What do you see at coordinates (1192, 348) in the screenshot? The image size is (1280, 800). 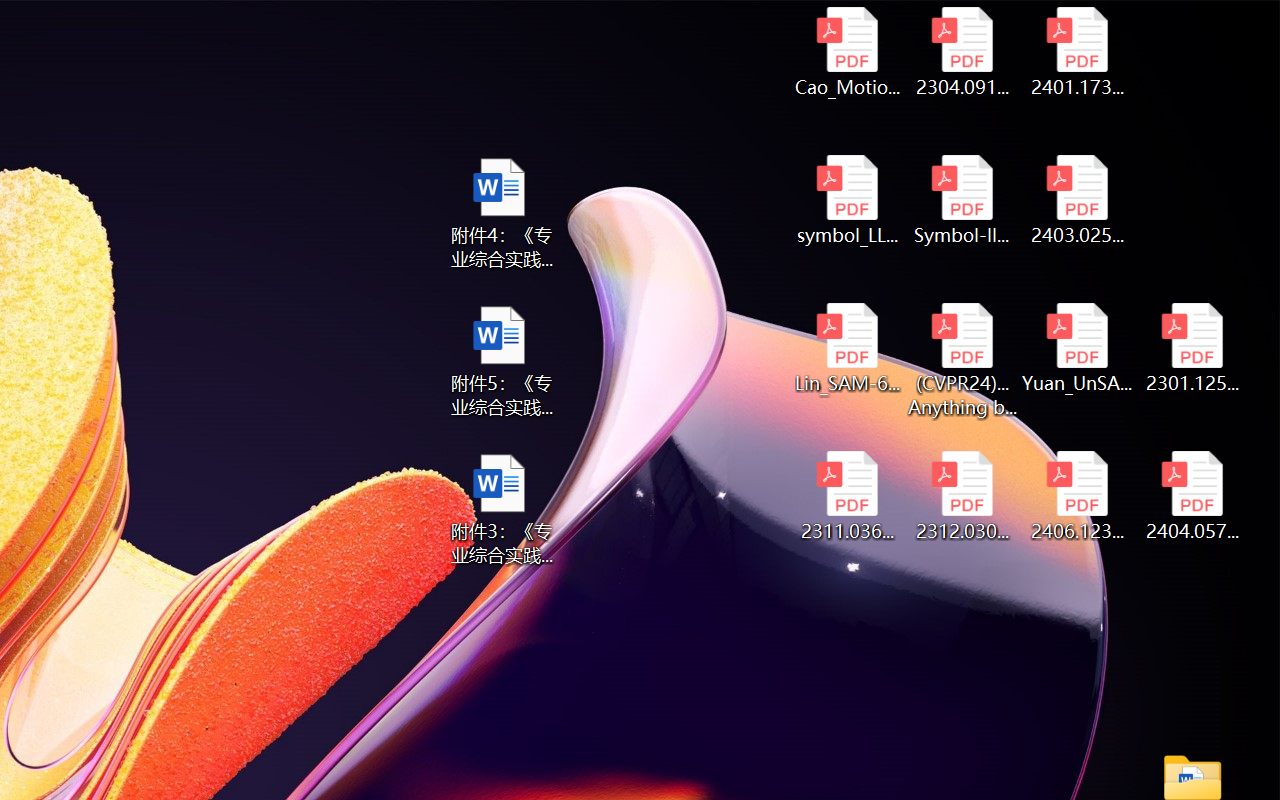 I see `'2301.12597v3.pdf'` at bounding box center [1192, 348].